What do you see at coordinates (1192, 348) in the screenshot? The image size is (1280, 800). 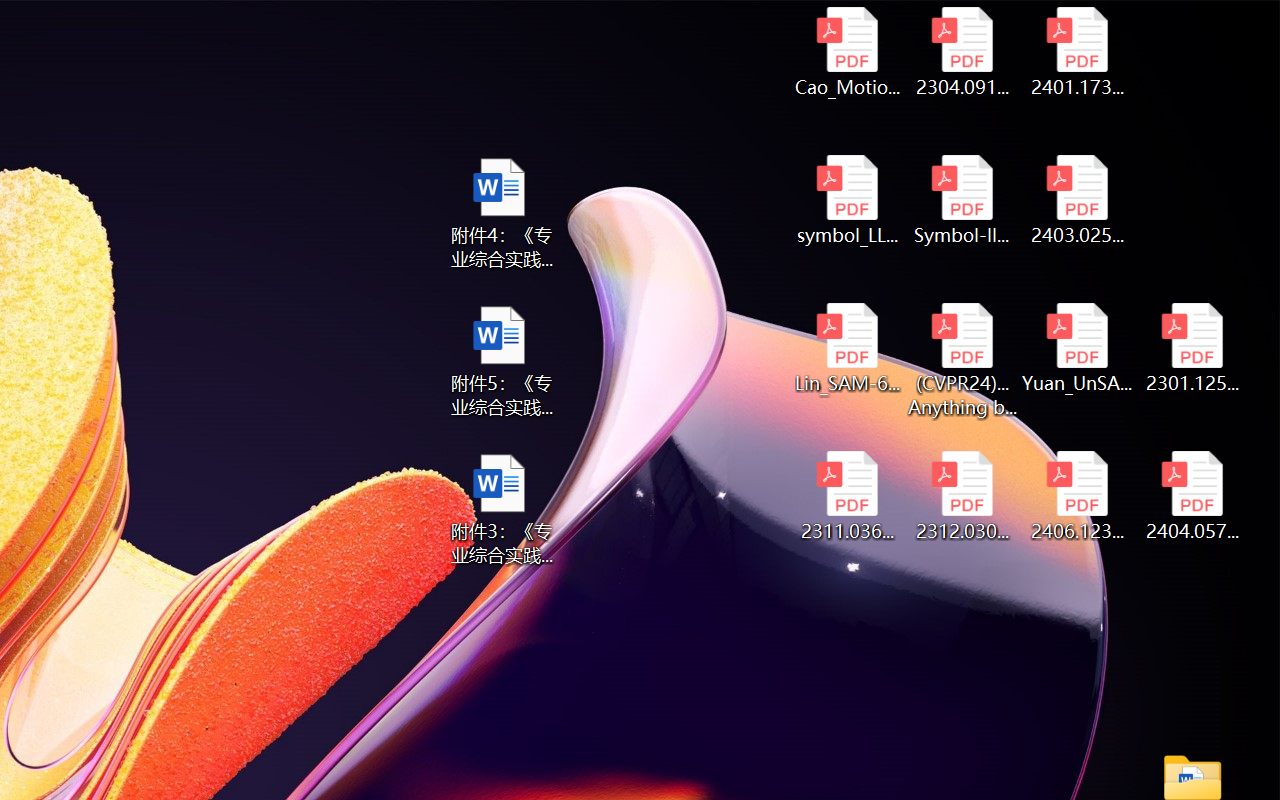 I see `'2301.12597v3.pdf'` at bounding box center [1192, 348].